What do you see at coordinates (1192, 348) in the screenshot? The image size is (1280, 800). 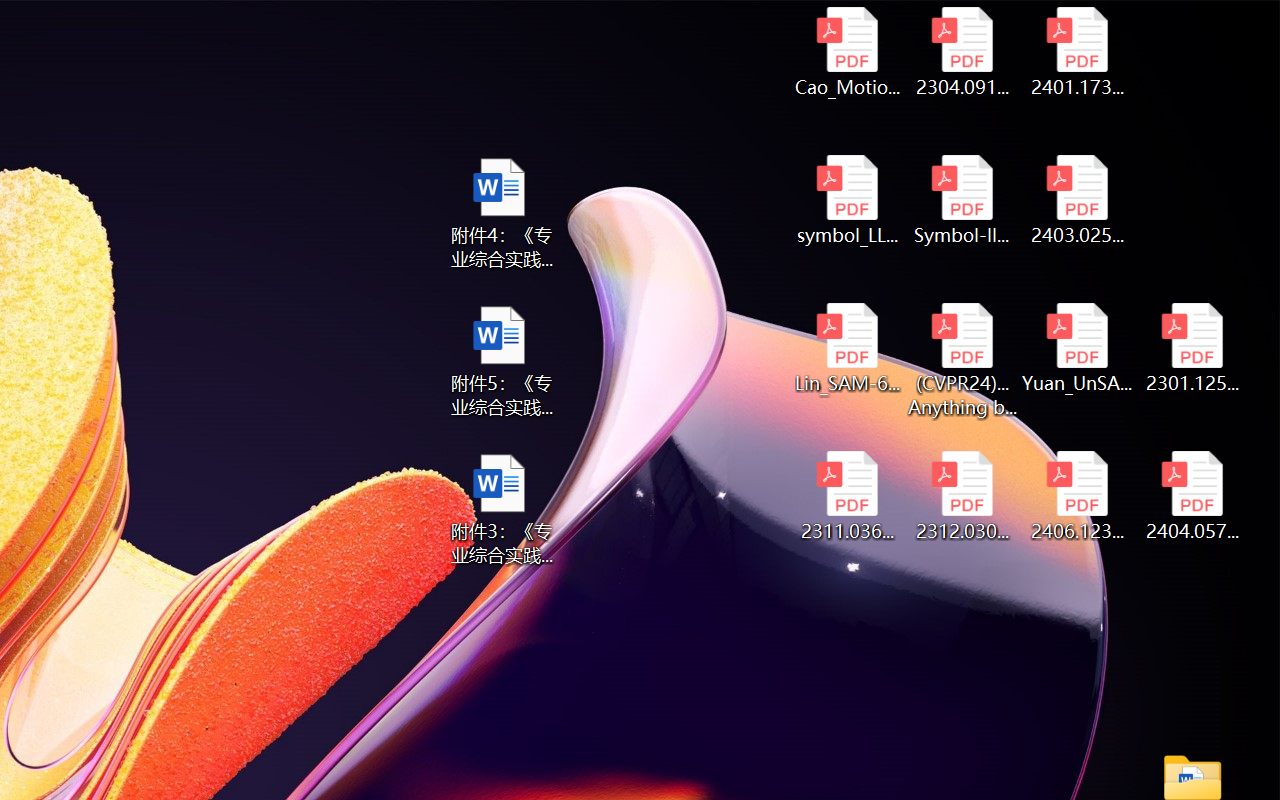 I see `'2301.12597v3.pdf'` at bounding box center [1192, 348].